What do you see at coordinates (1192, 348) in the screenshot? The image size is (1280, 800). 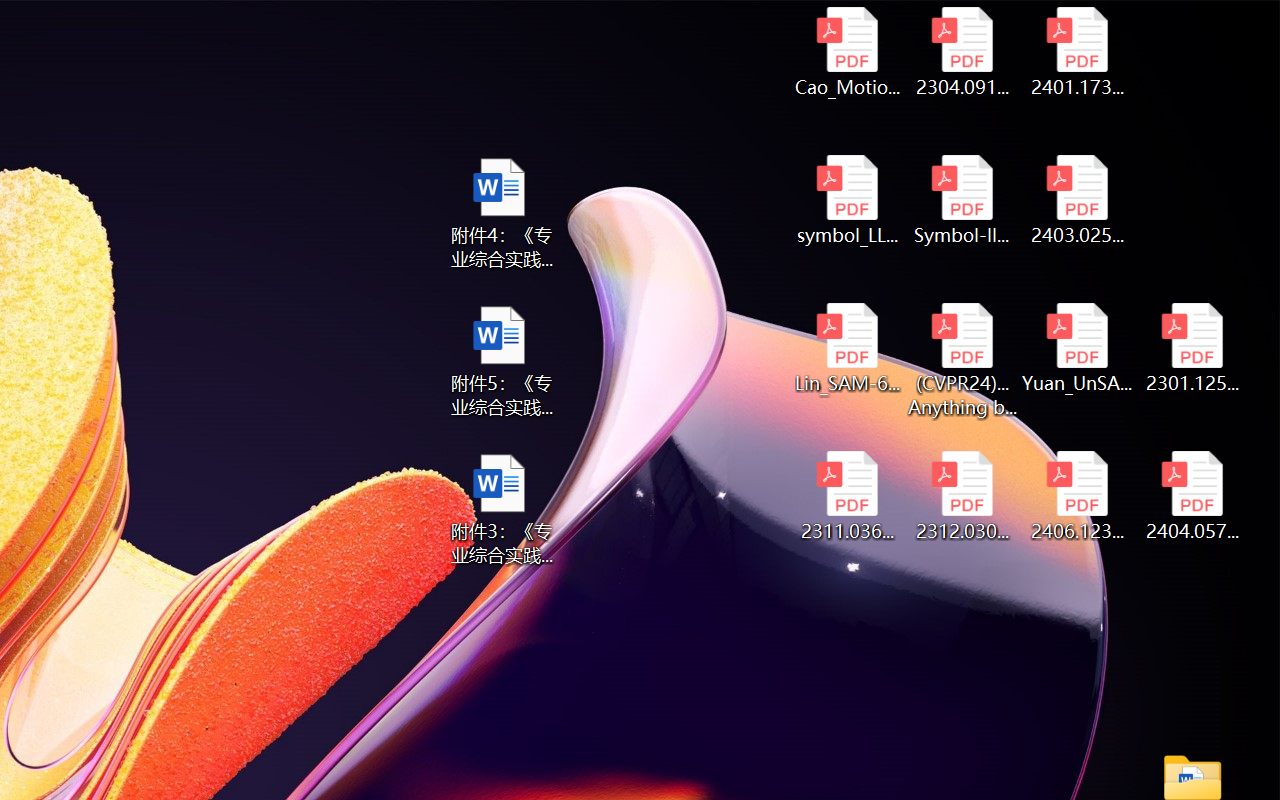 I see `'2301.12597v3.pdf'` at bounding box center [1192, 348].